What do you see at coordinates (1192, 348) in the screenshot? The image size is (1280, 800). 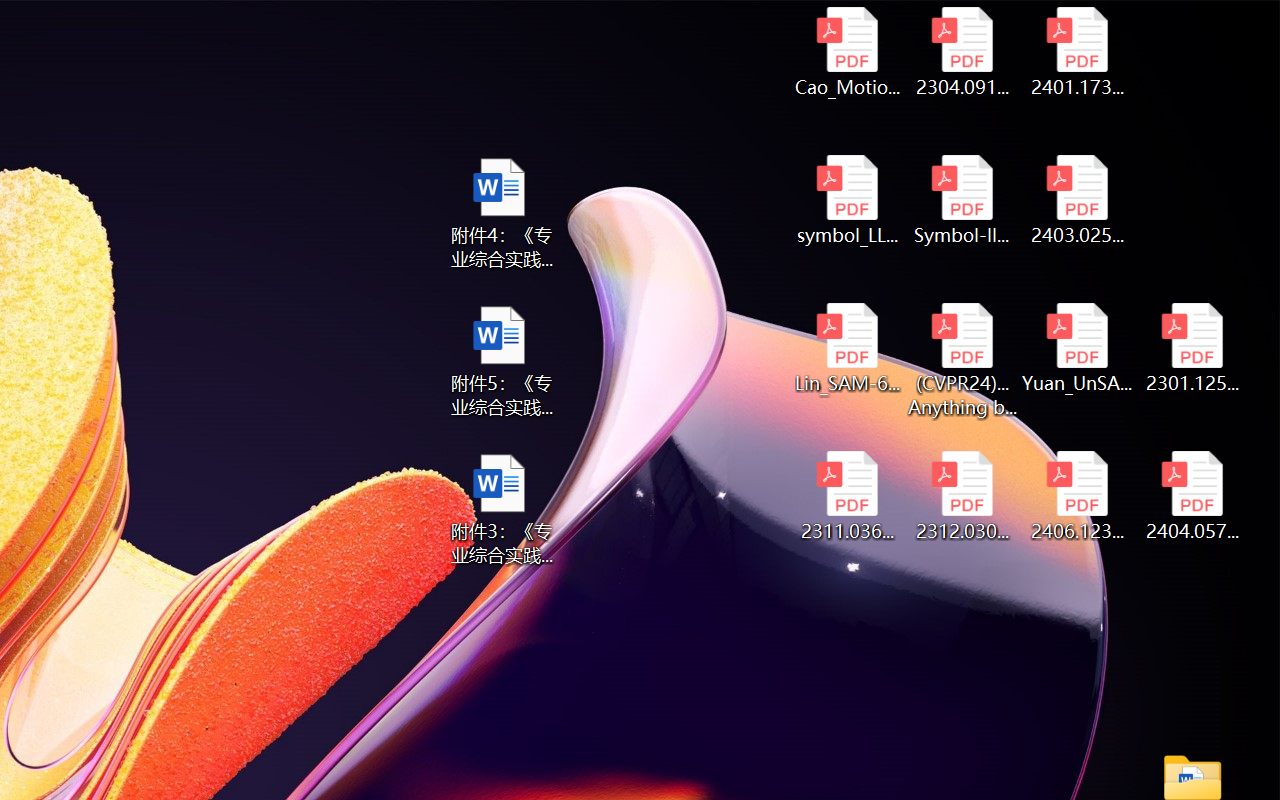 I see `'2301.12597v3.pdf'` at bounding box center [1192, 348].